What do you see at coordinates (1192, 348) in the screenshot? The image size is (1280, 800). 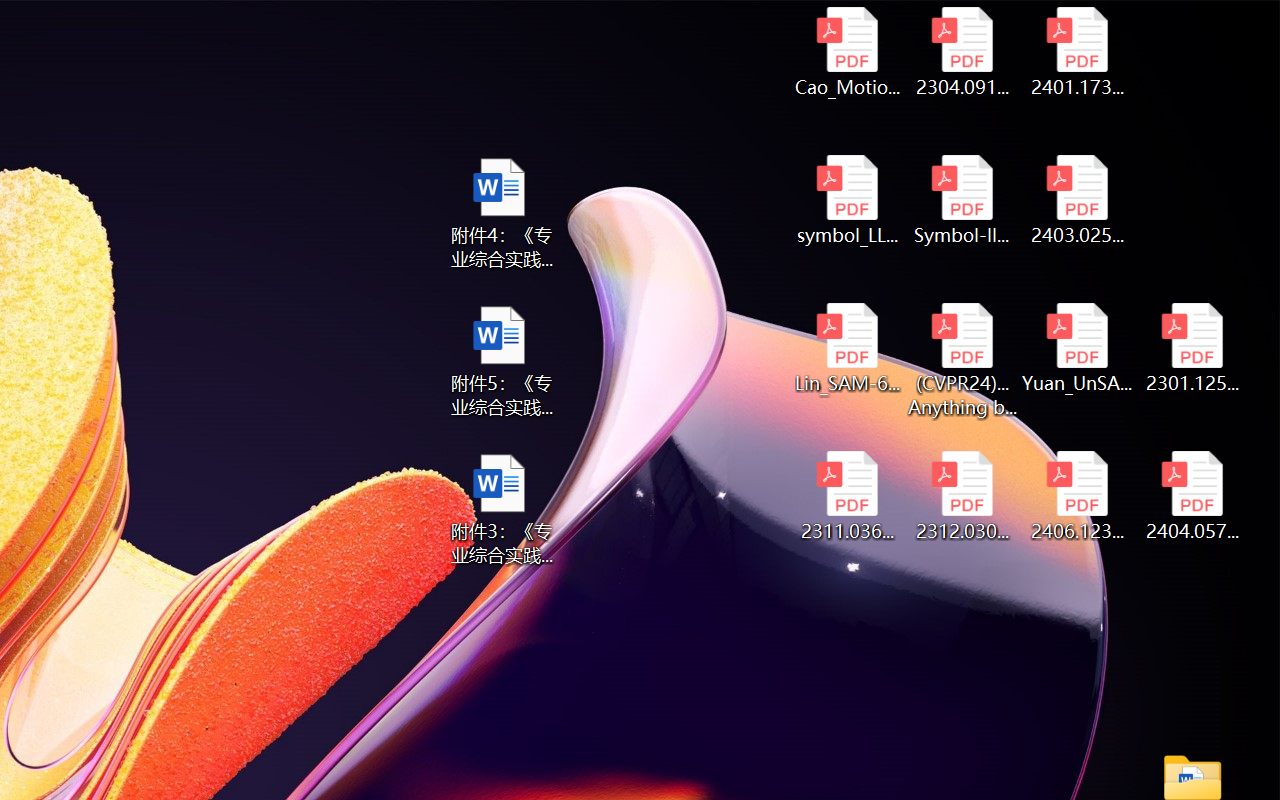 I see `'2301.12597v3.pdf'` at bounding box center [1192, 348].